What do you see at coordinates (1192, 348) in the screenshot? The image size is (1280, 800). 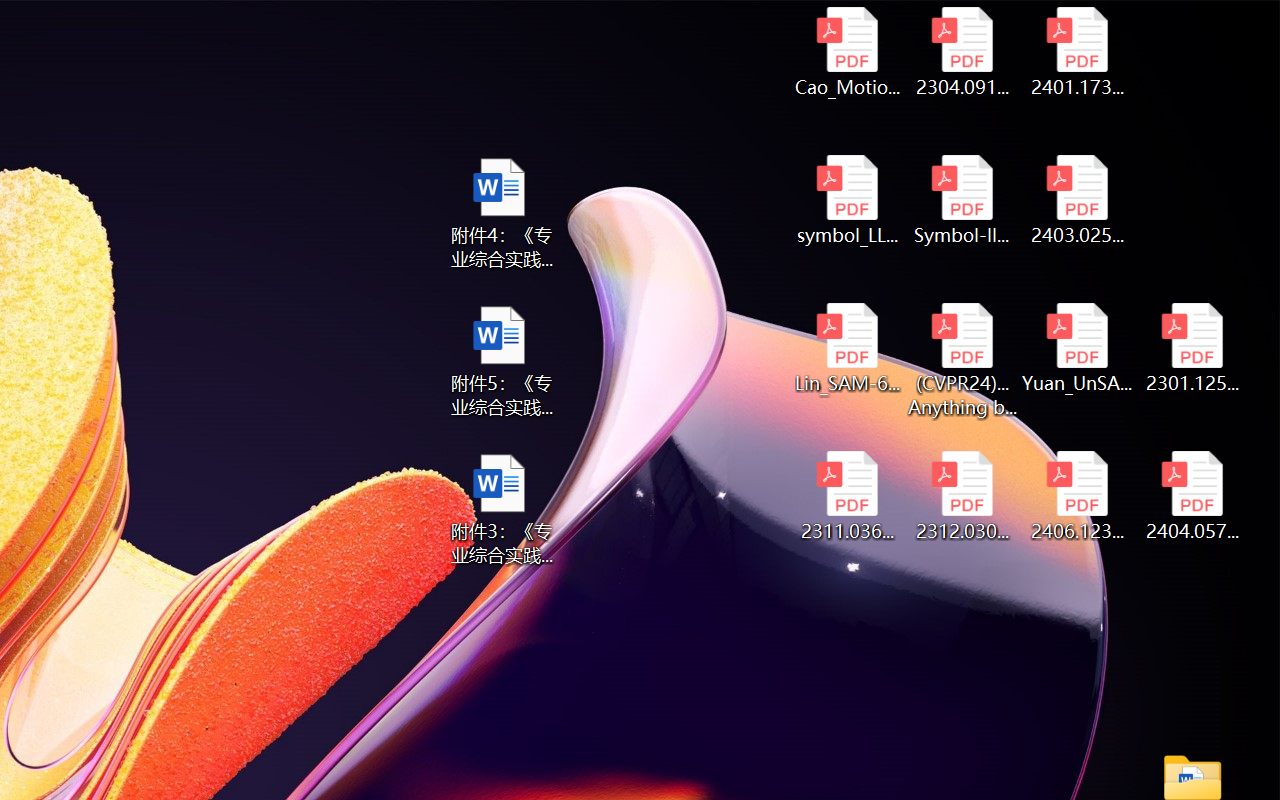 I see `'2301.12597v3.pdf'` at bounding box center [1192, 348].